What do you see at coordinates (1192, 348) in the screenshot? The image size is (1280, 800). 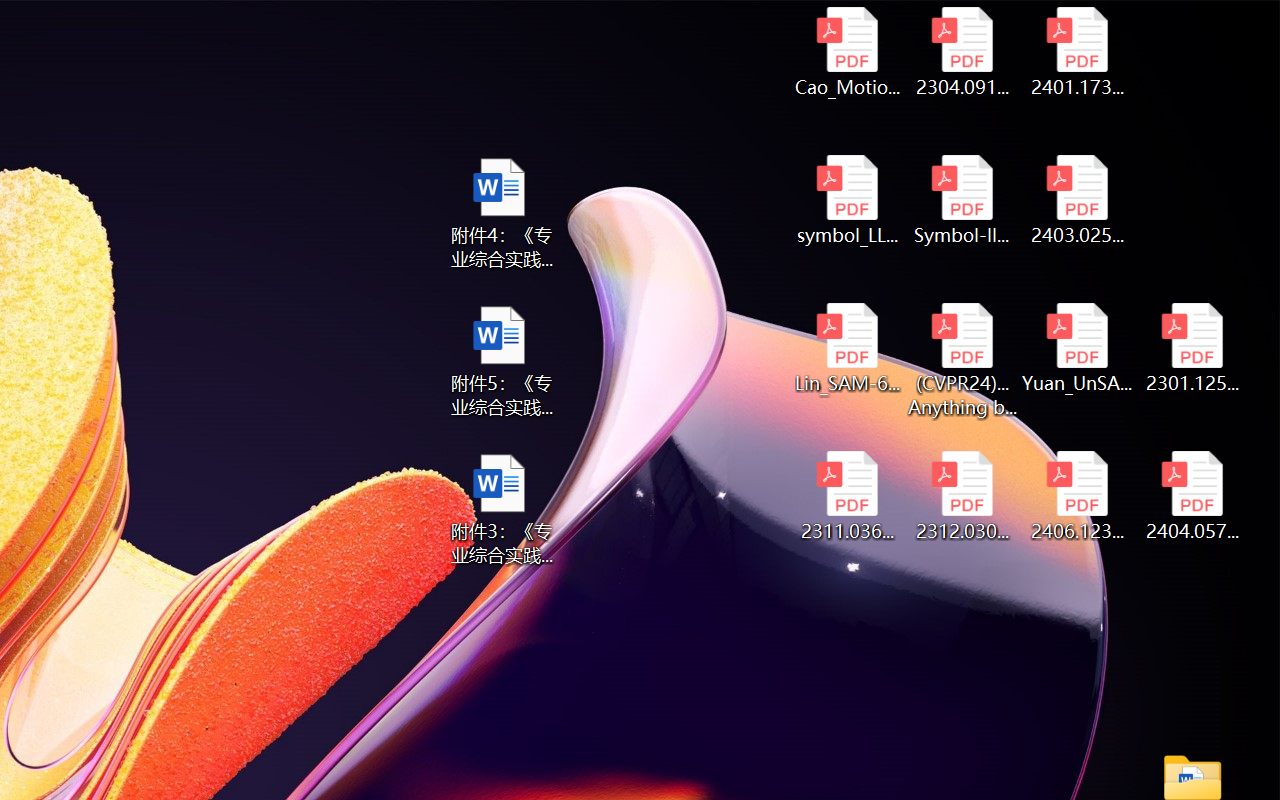 I see `'2301.12597v3.pdf'` at bounding box center [1192, 348].